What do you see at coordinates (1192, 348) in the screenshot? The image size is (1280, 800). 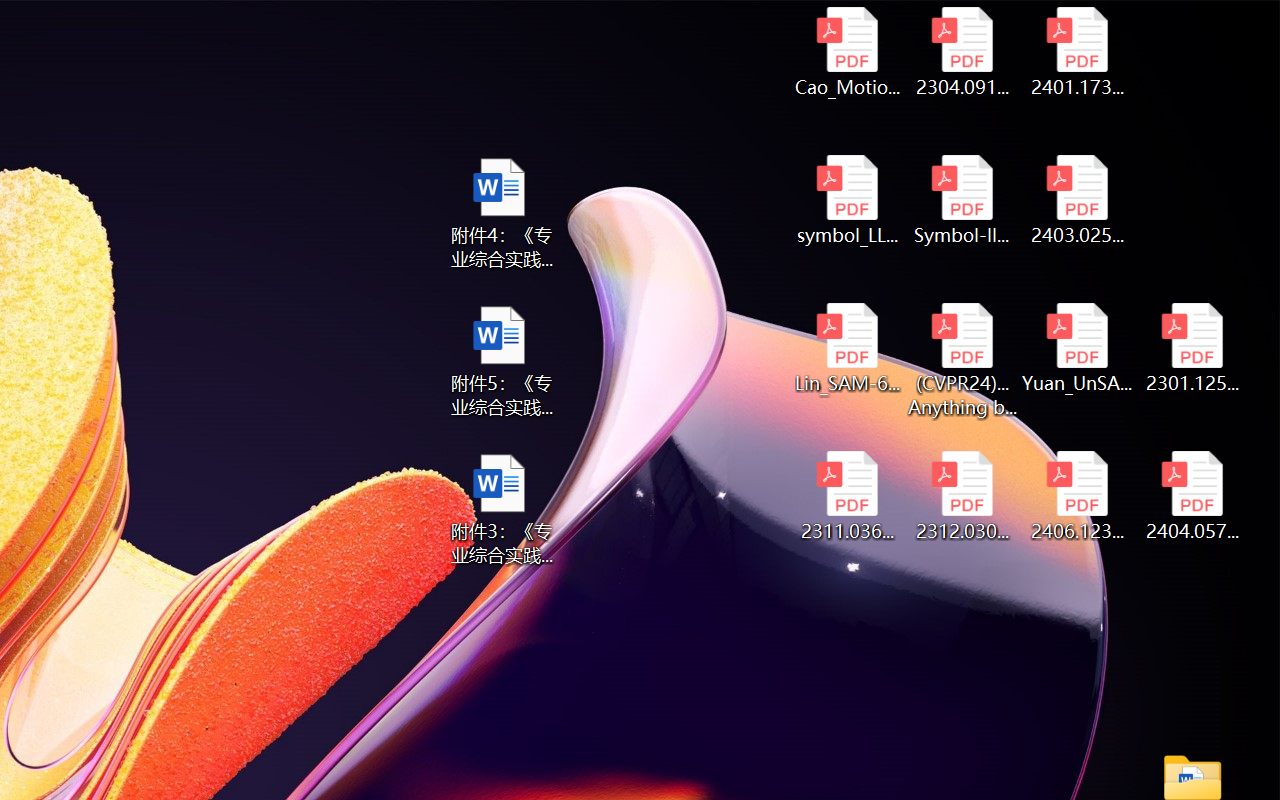 I see `'2301.12597v3.pdf'` at bounding box center [1192, 348].